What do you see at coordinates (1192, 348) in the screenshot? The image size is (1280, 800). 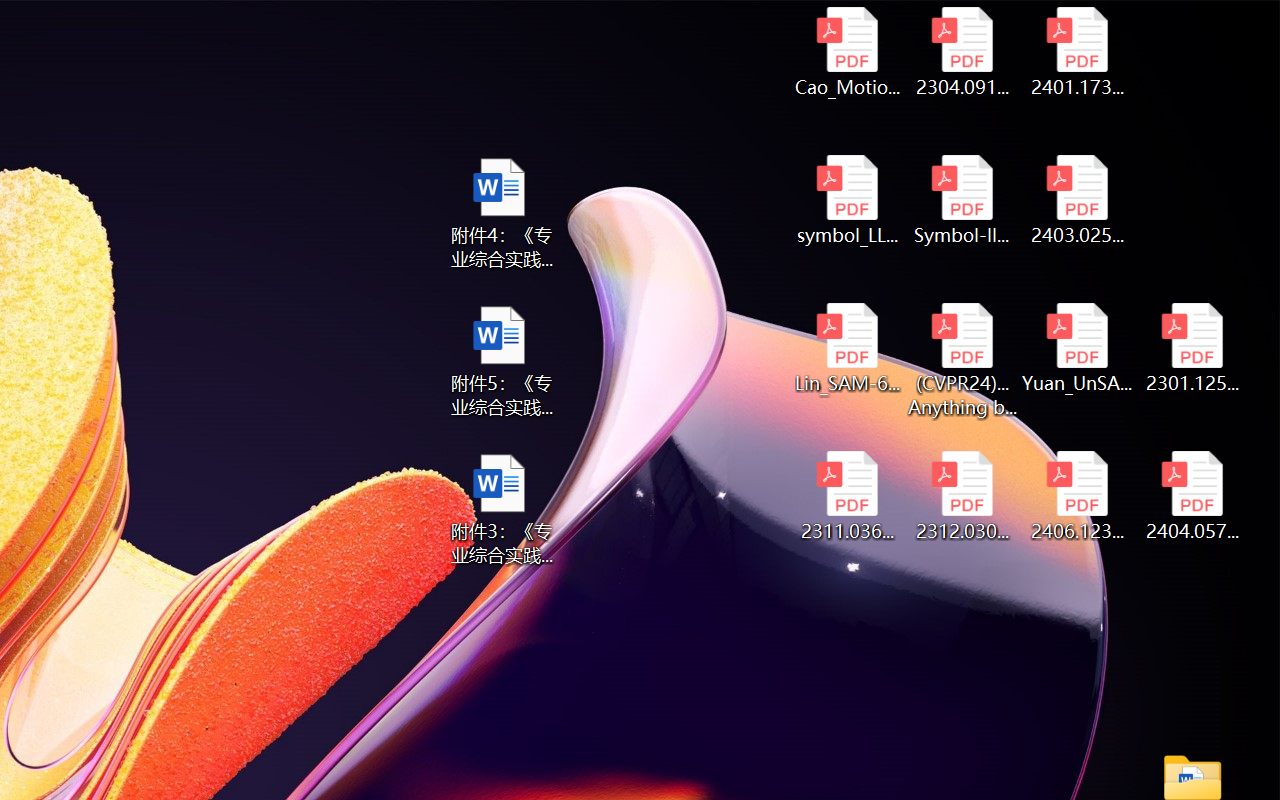 I see `'2301.12597v3.pdf'` at bounding box center [1192, 348].